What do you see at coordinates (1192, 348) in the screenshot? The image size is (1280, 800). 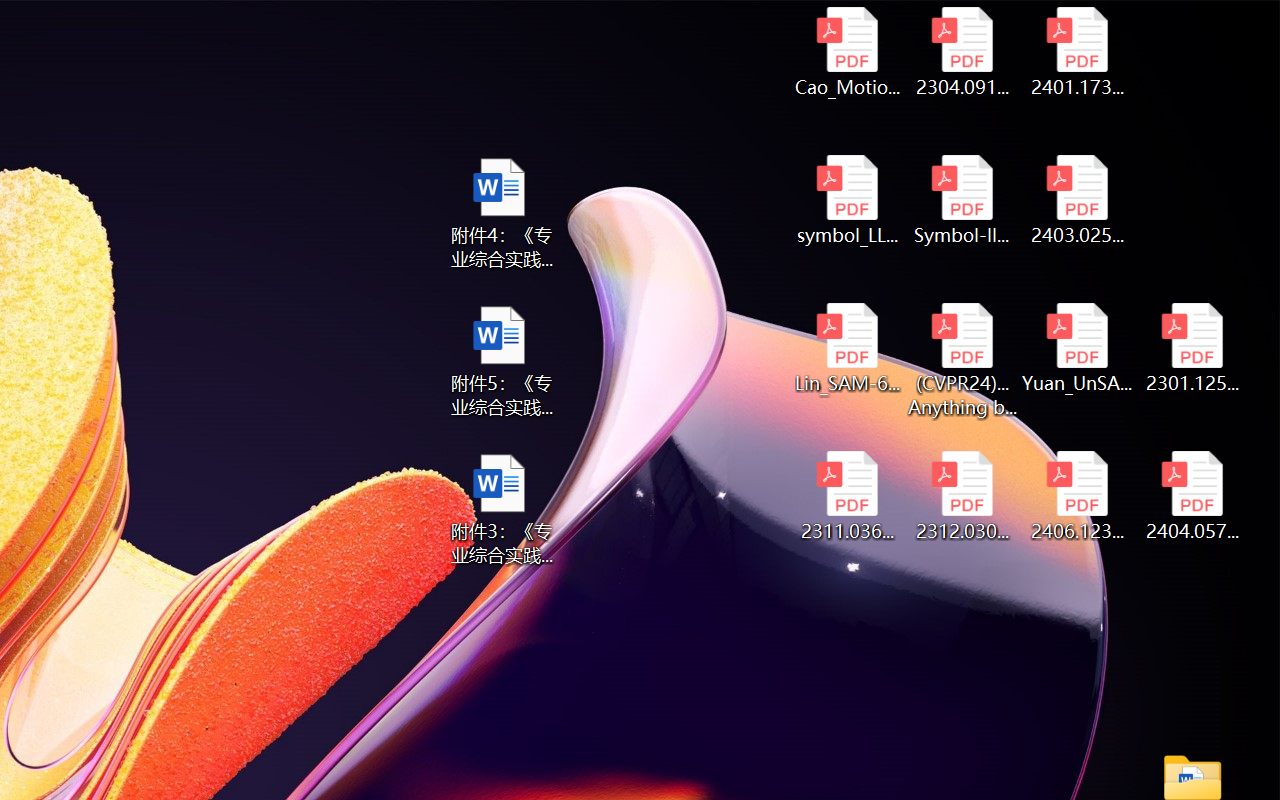 I see `'2301.12597v3.pdf'` at bounding box center [1192, 348].